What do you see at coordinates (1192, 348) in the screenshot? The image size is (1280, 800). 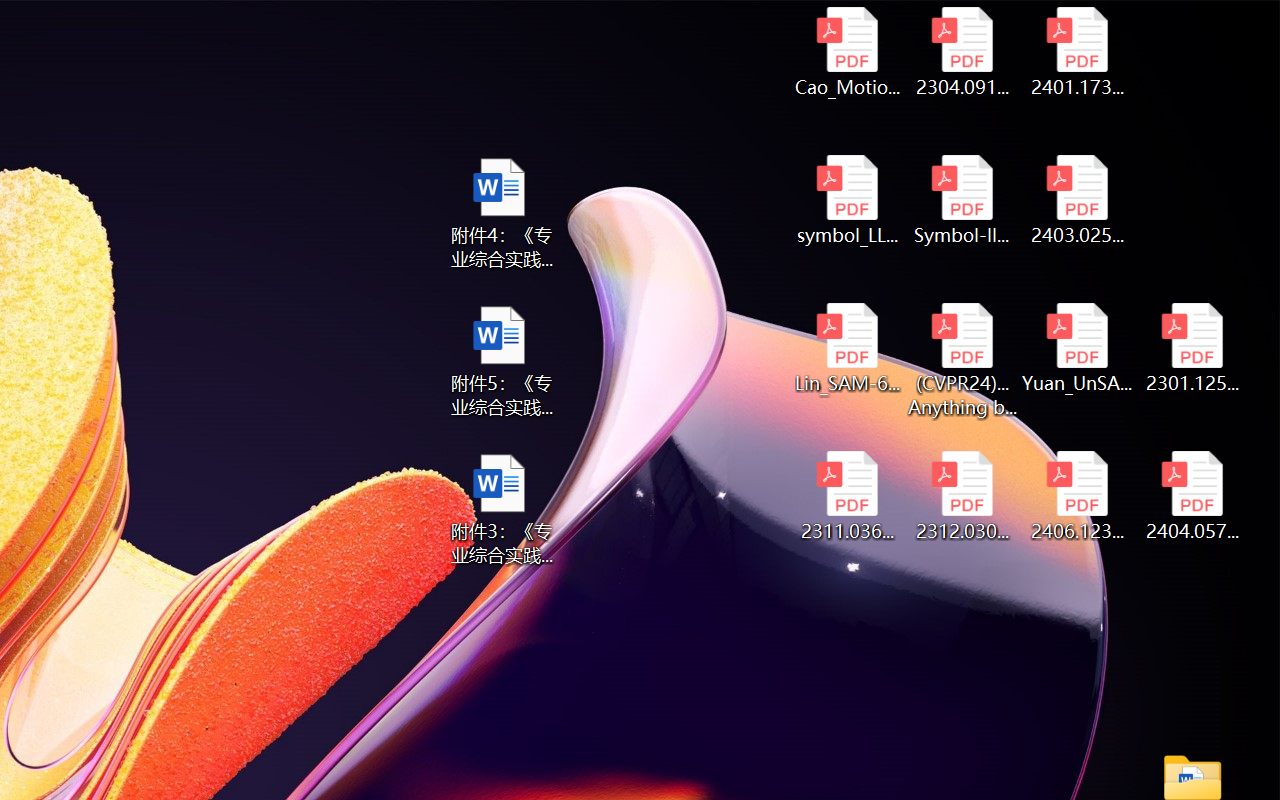 I see `'2301.12597v3.pdf'` at bounding box center [1192, 348].